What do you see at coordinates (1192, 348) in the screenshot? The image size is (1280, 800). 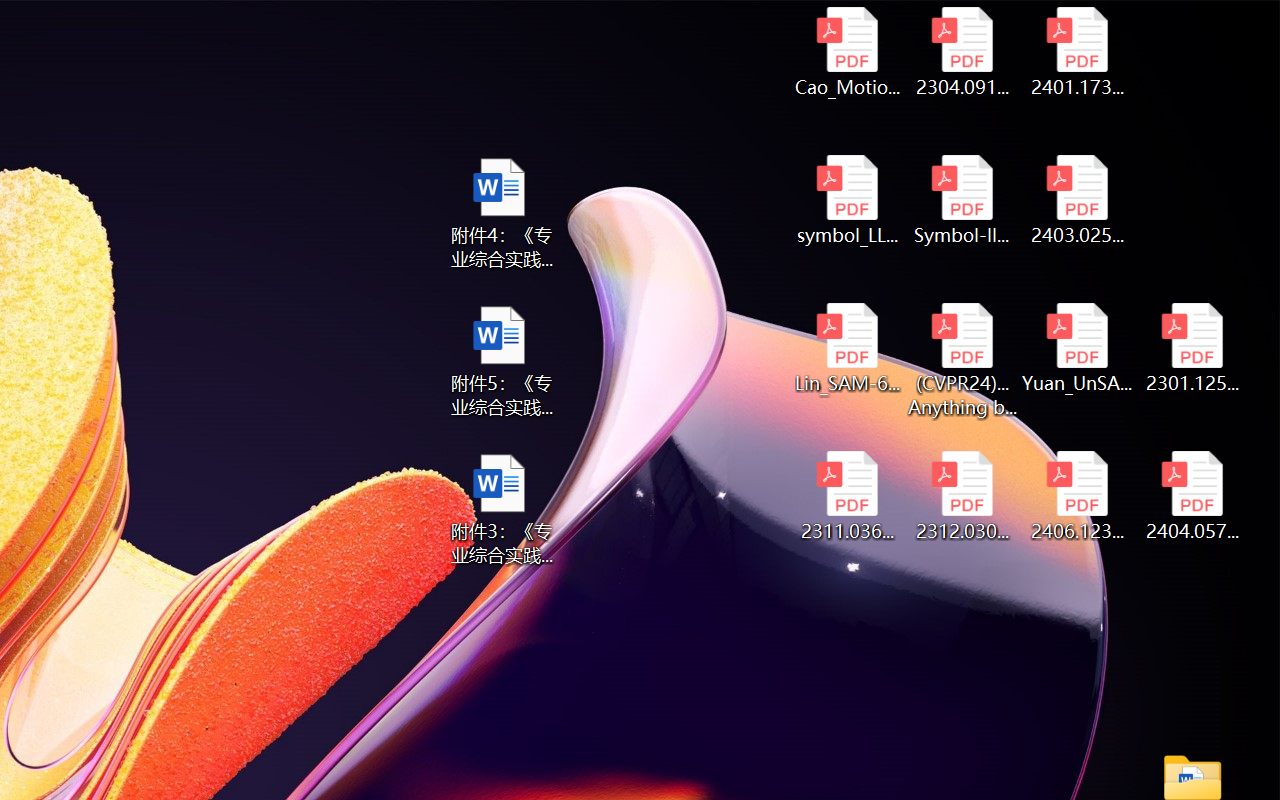 I see `'2301.12597v3.pdf'` at bounding box center [1192, 348].